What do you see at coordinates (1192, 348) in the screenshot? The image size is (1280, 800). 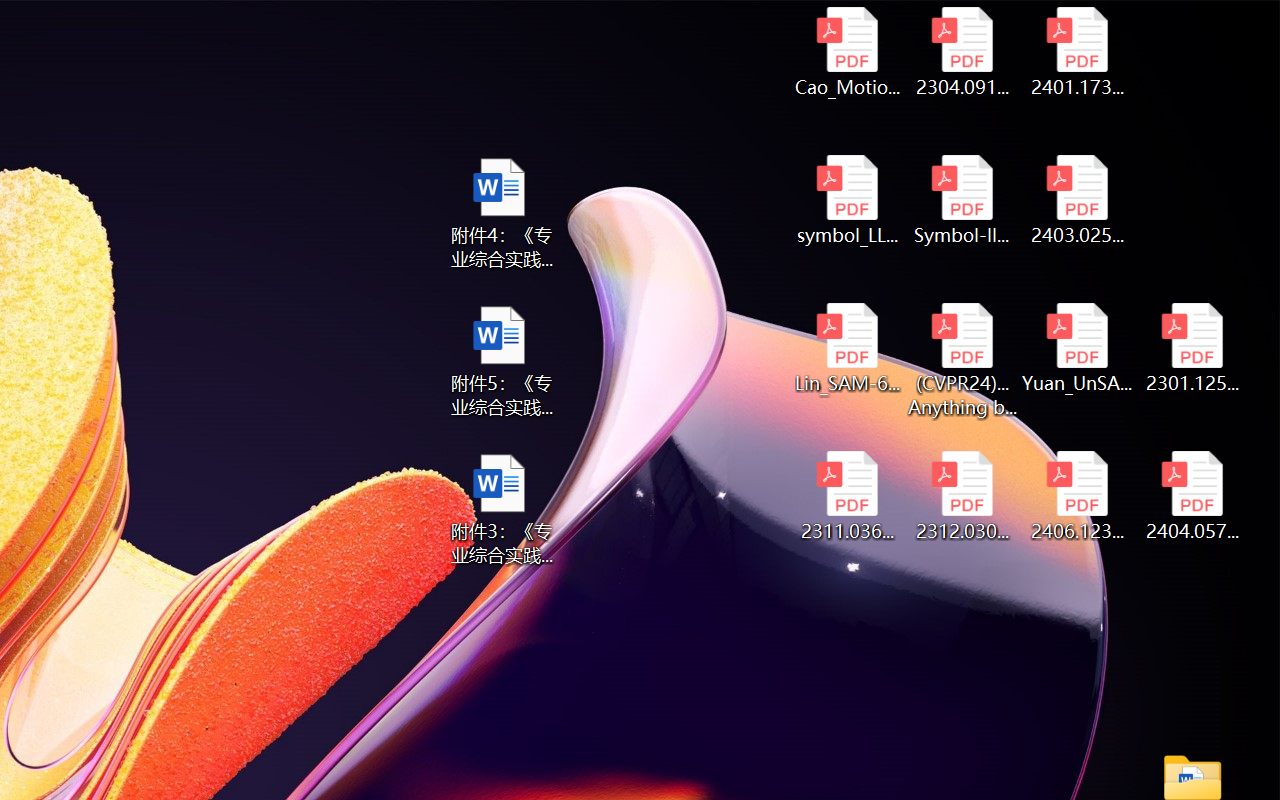 I see `'2301.12597v3.pdf'` at bounding box center [1192, 348].